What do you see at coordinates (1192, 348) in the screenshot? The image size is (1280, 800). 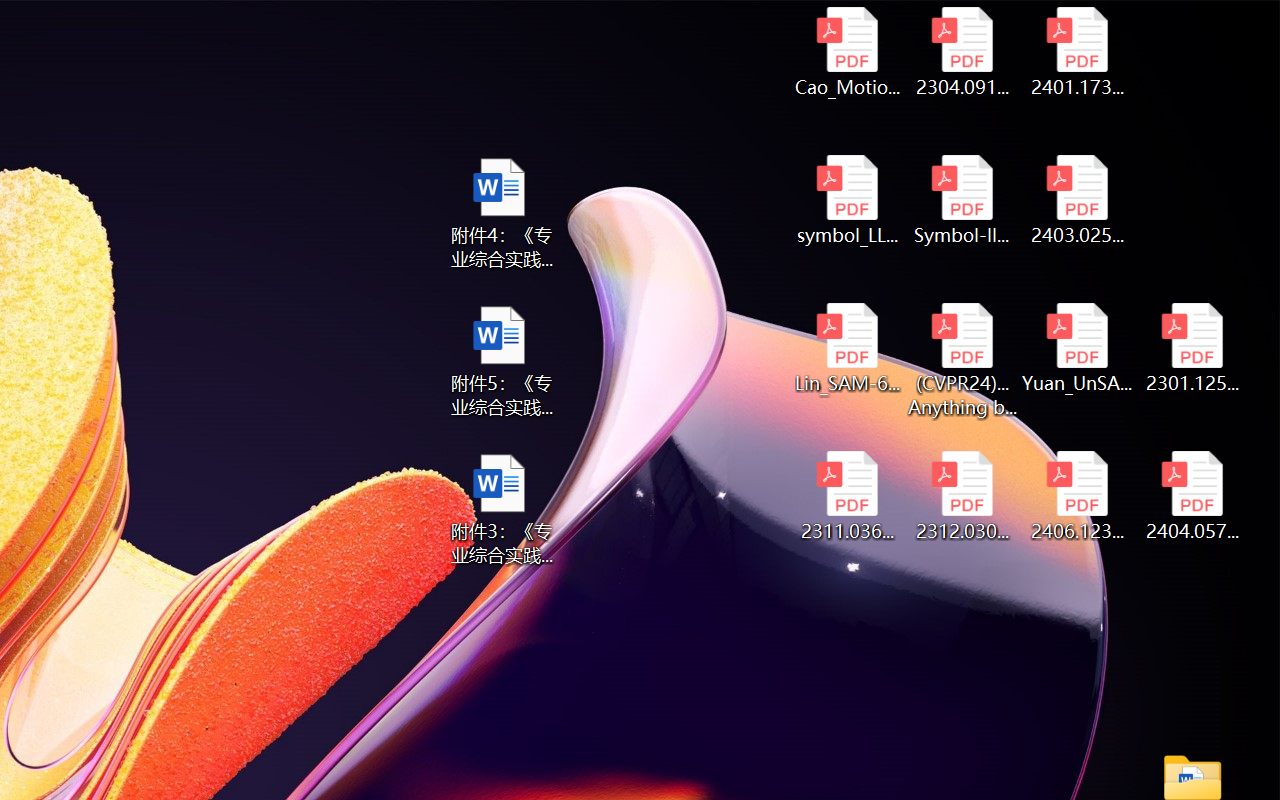 I see `'2301.12597v3.pdf'` at bounding box center [1192, 348].